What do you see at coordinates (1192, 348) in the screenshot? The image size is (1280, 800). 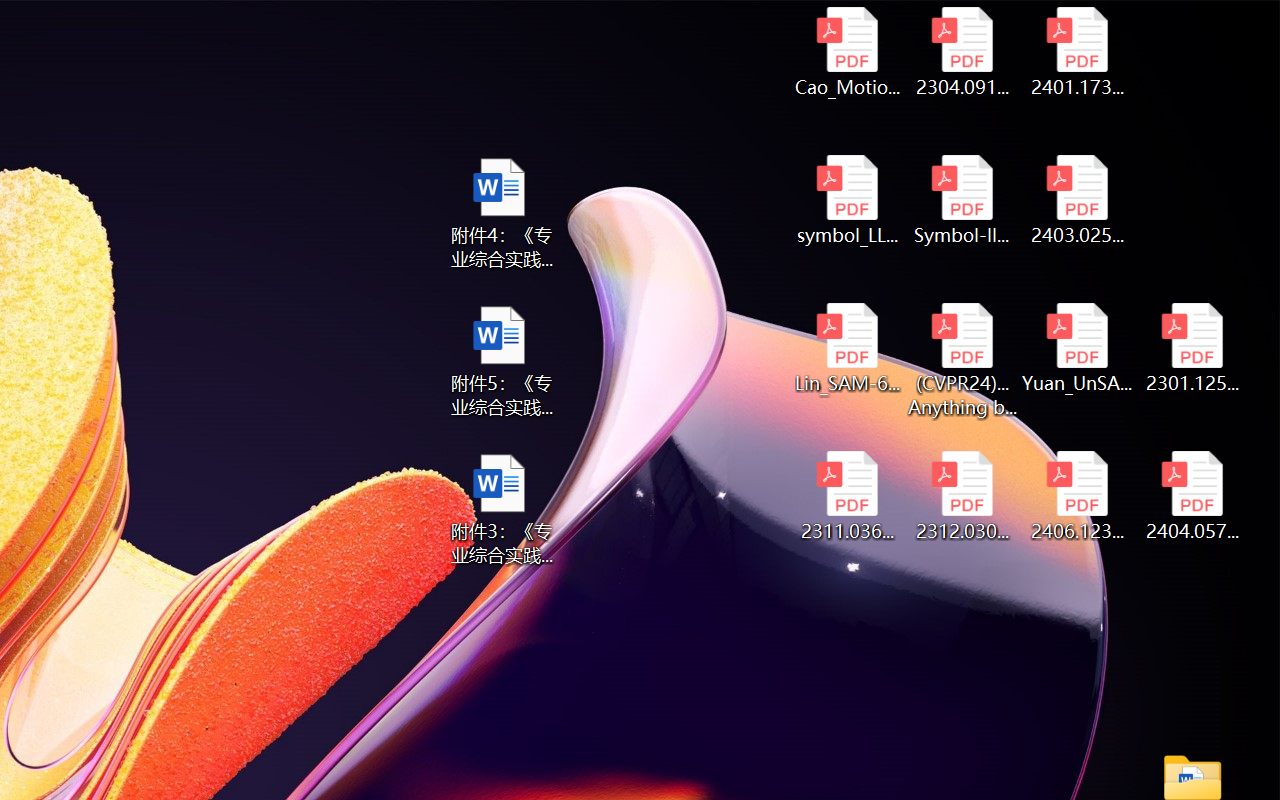 I see `'2301.12597v3.pdf'` at bounding box center [1192, 348].